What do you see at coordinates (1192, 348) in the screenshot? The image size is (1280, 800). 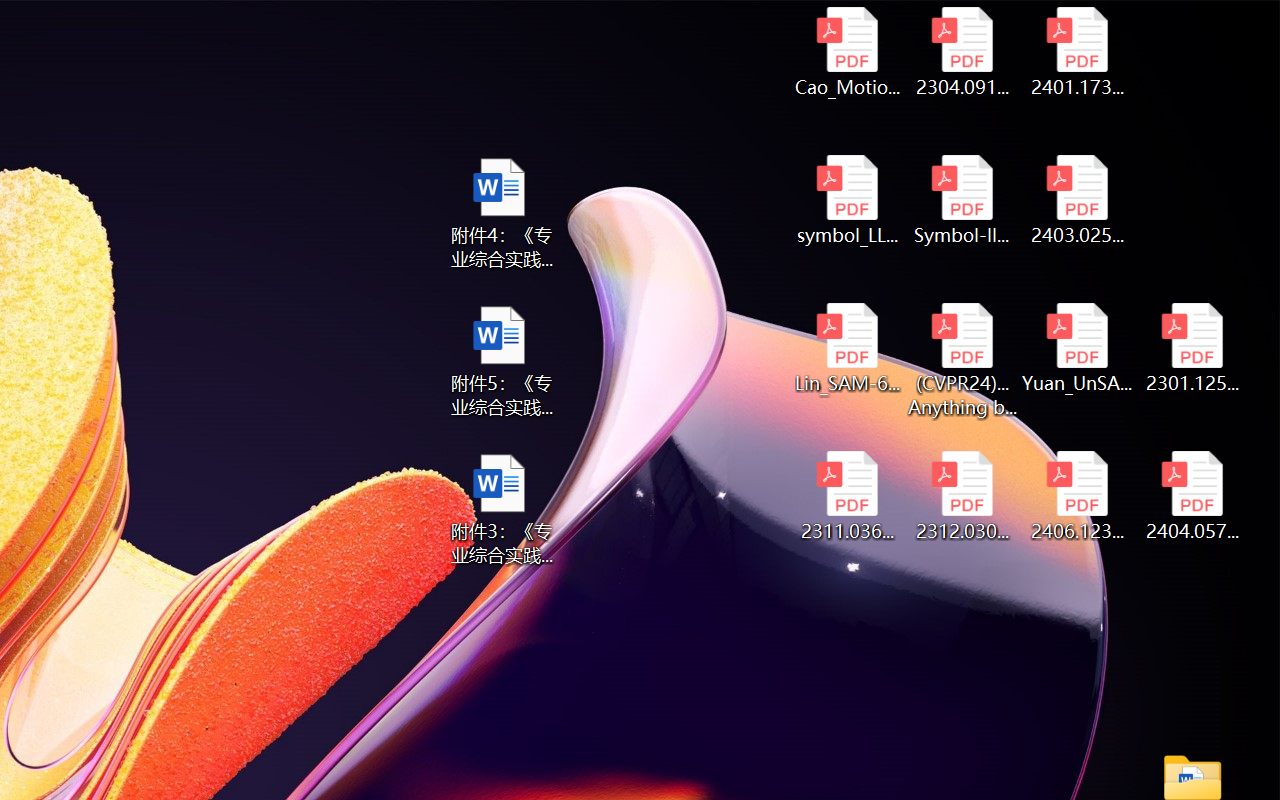 I see `'2301.12597v3.pdf'` at bounding box center [1192, 348].